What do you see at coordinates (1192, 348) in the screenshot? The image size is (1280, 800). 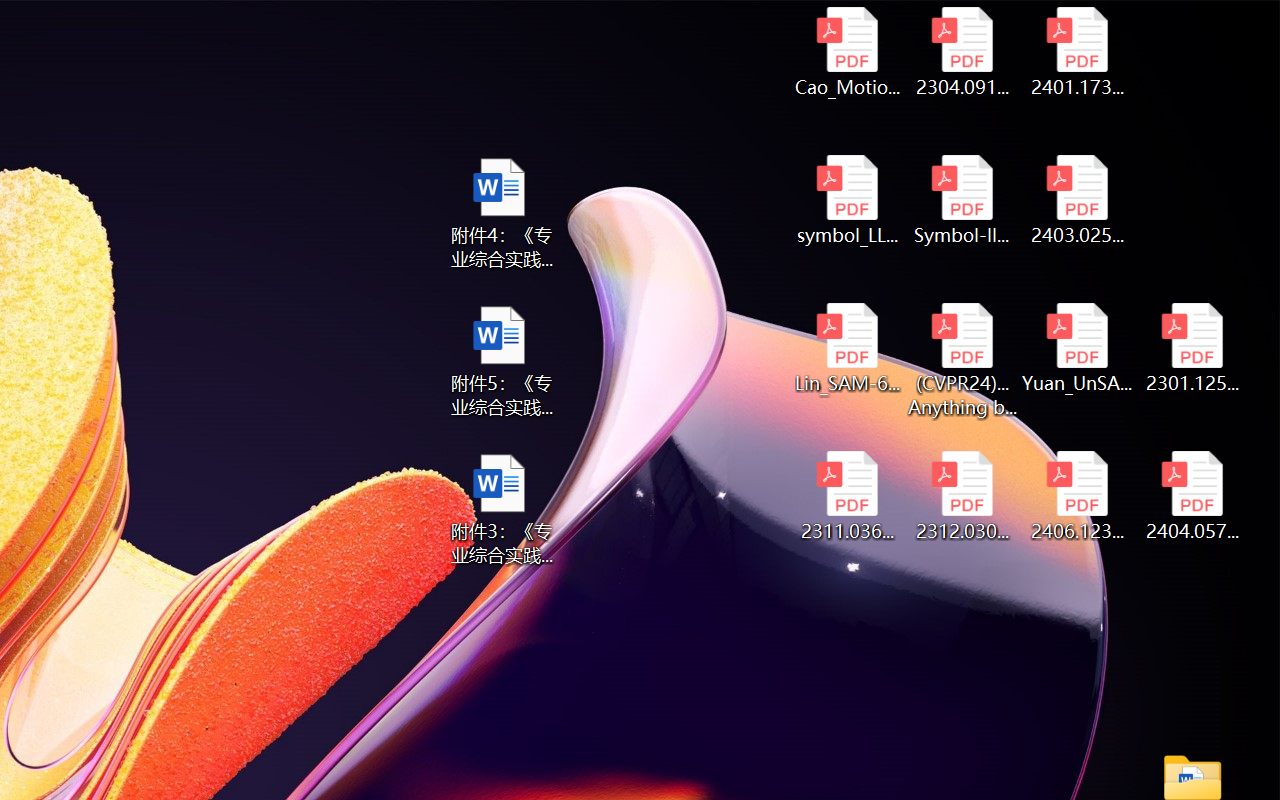 I see `'2301.12597v3.pdf'` at bounding box center [1192, 348].